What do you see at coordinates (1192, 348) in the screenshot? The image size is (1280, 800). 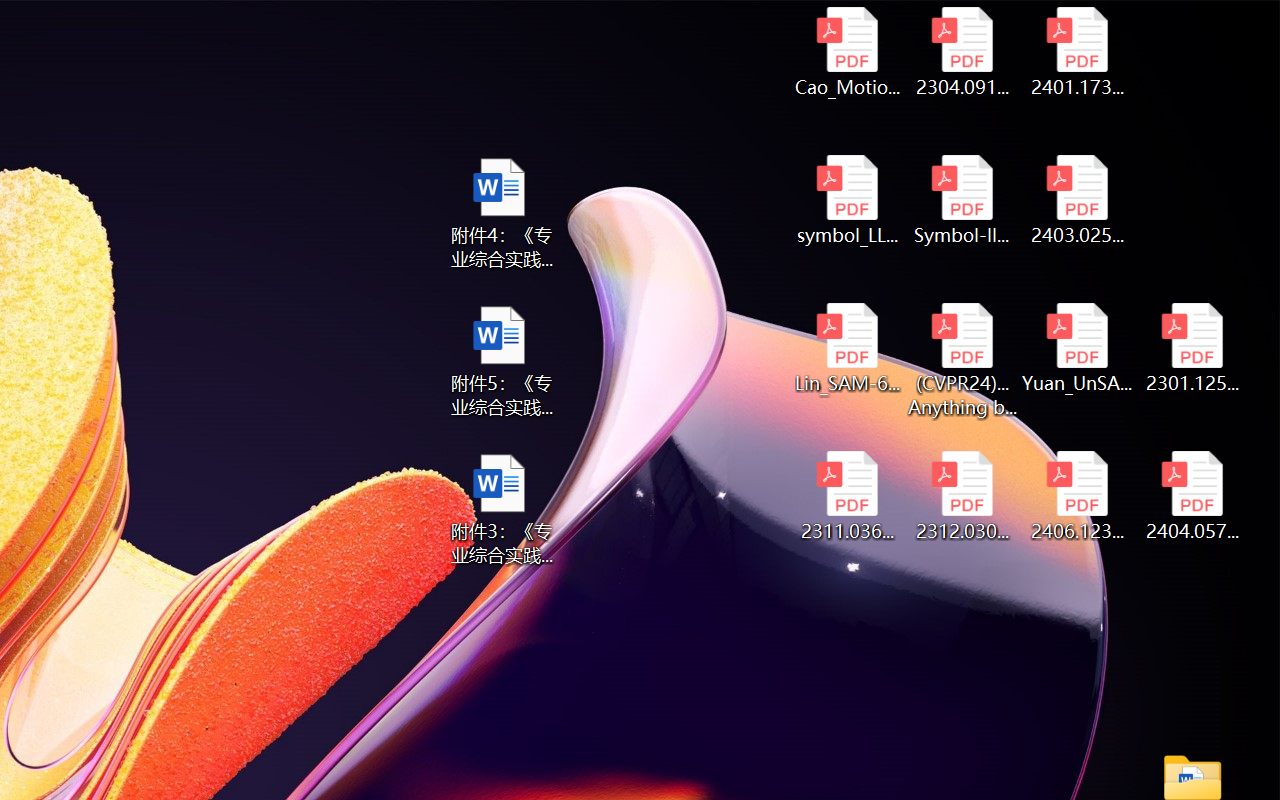 I see `'2301.12597v3.pdf'` at bounding box center [1192, 348].